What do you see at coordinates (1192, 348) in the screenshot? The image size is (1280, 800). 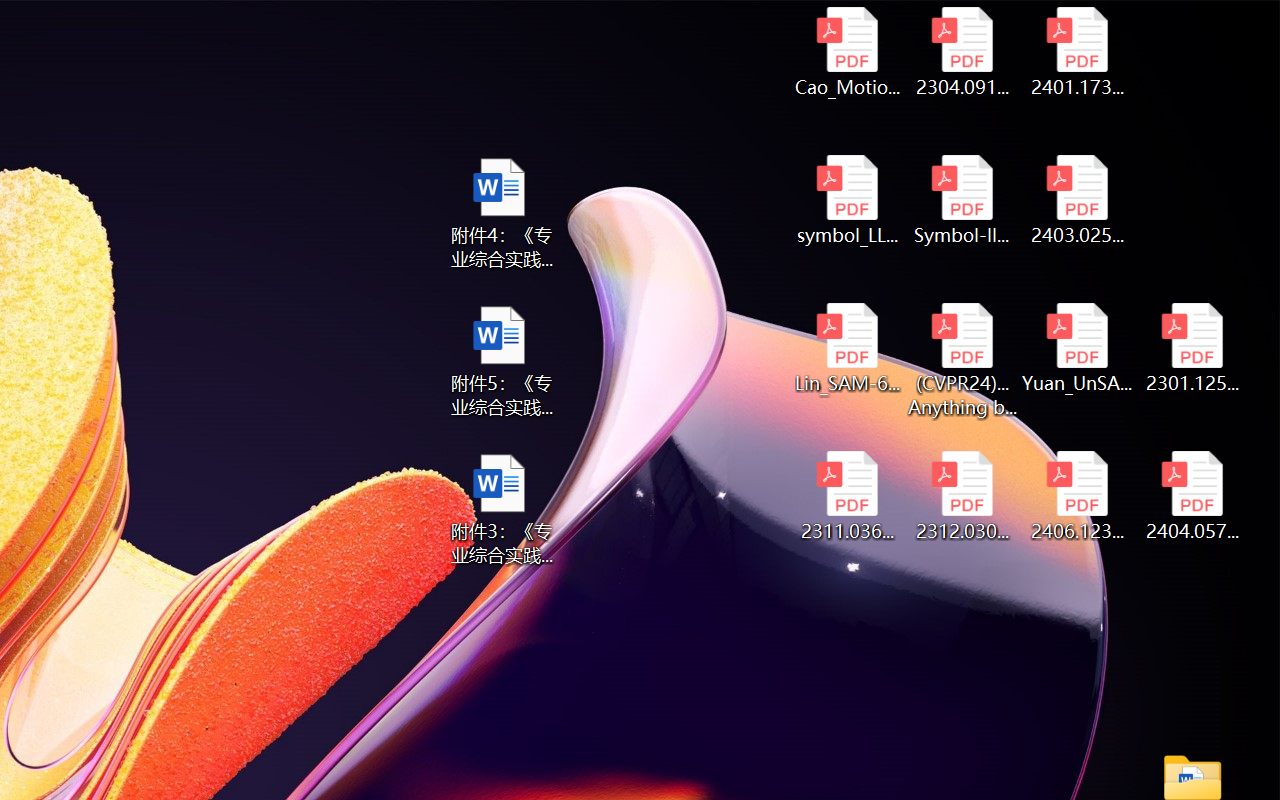 I see `'2301.12597v3.pdf'` at bounding box center [1192, 348].